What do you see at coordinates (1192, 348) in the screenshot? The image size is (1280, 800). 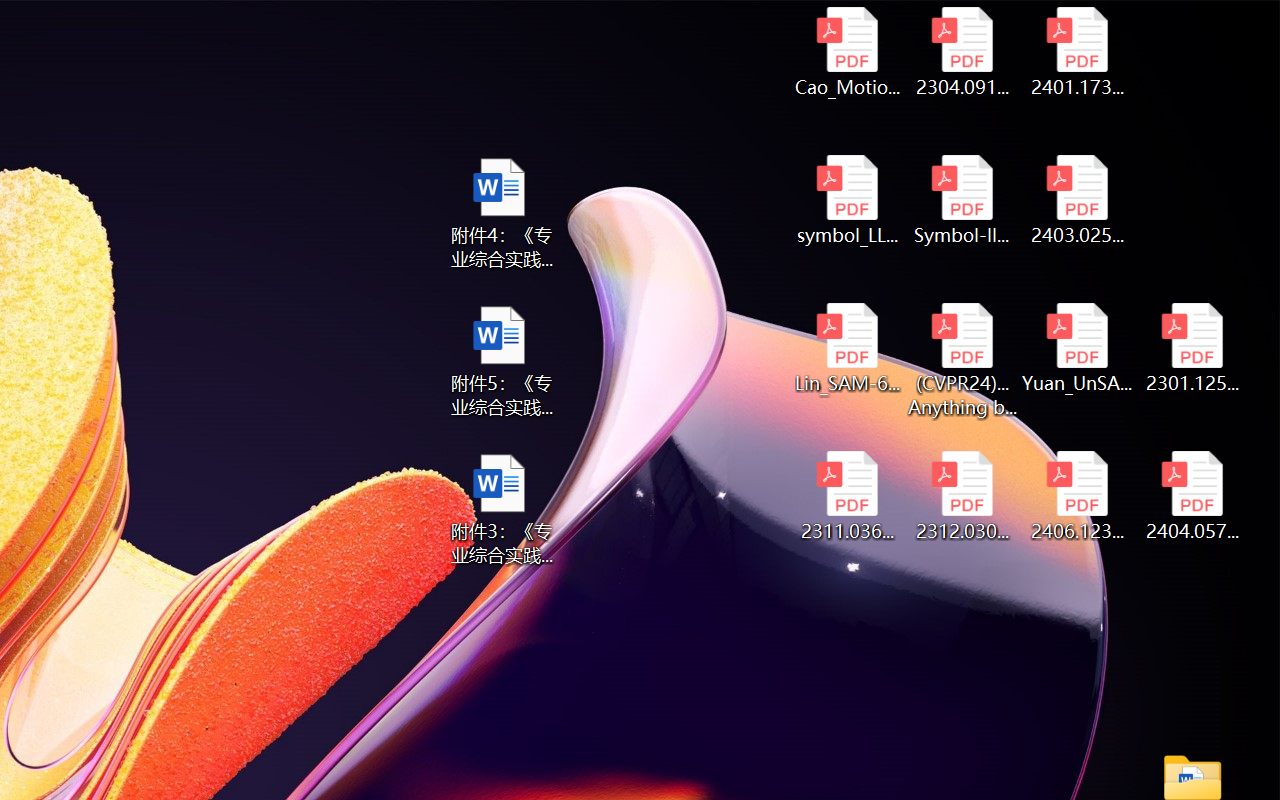 I see `'2301.12597v3.pdf'` at bounding box center [1192, 348].